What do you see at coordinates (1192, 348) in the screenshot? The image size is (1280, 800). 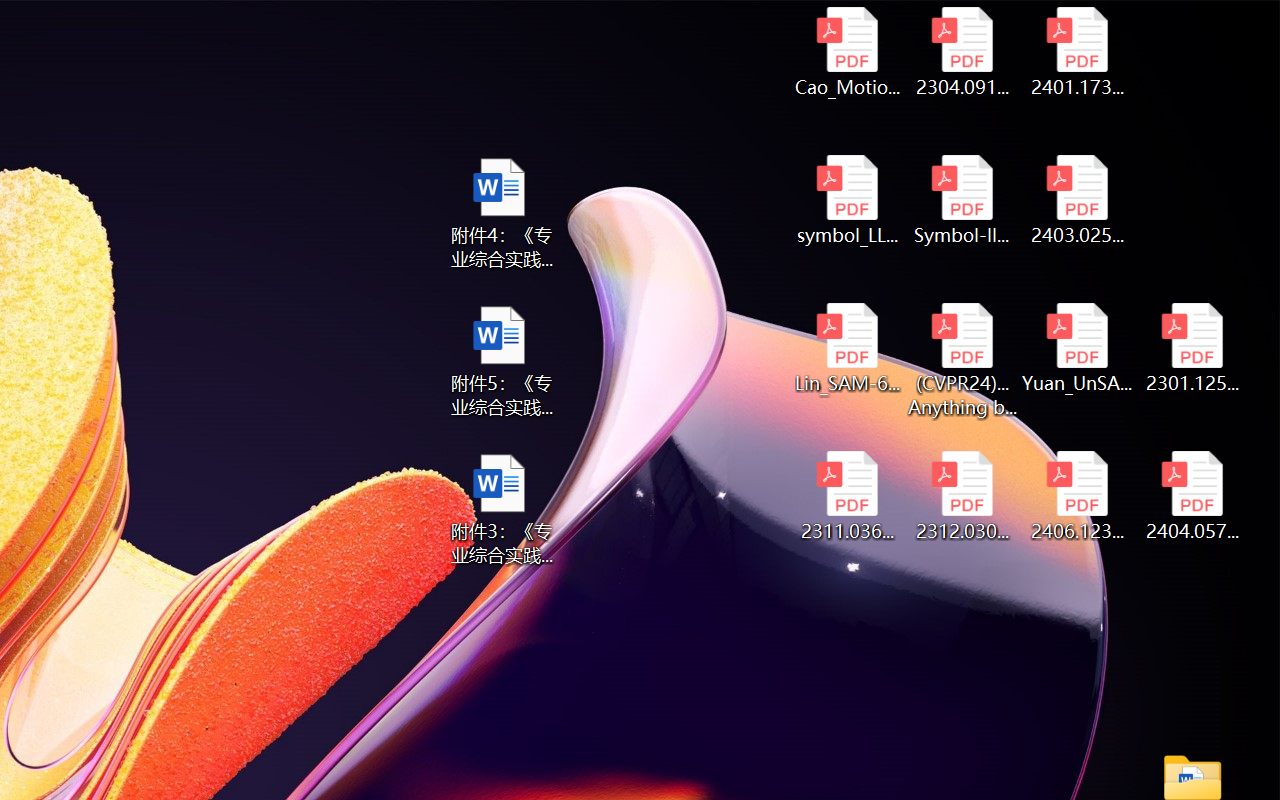 I see `'2301.12597v3.pdf'` at bounding box center [1192, 348].